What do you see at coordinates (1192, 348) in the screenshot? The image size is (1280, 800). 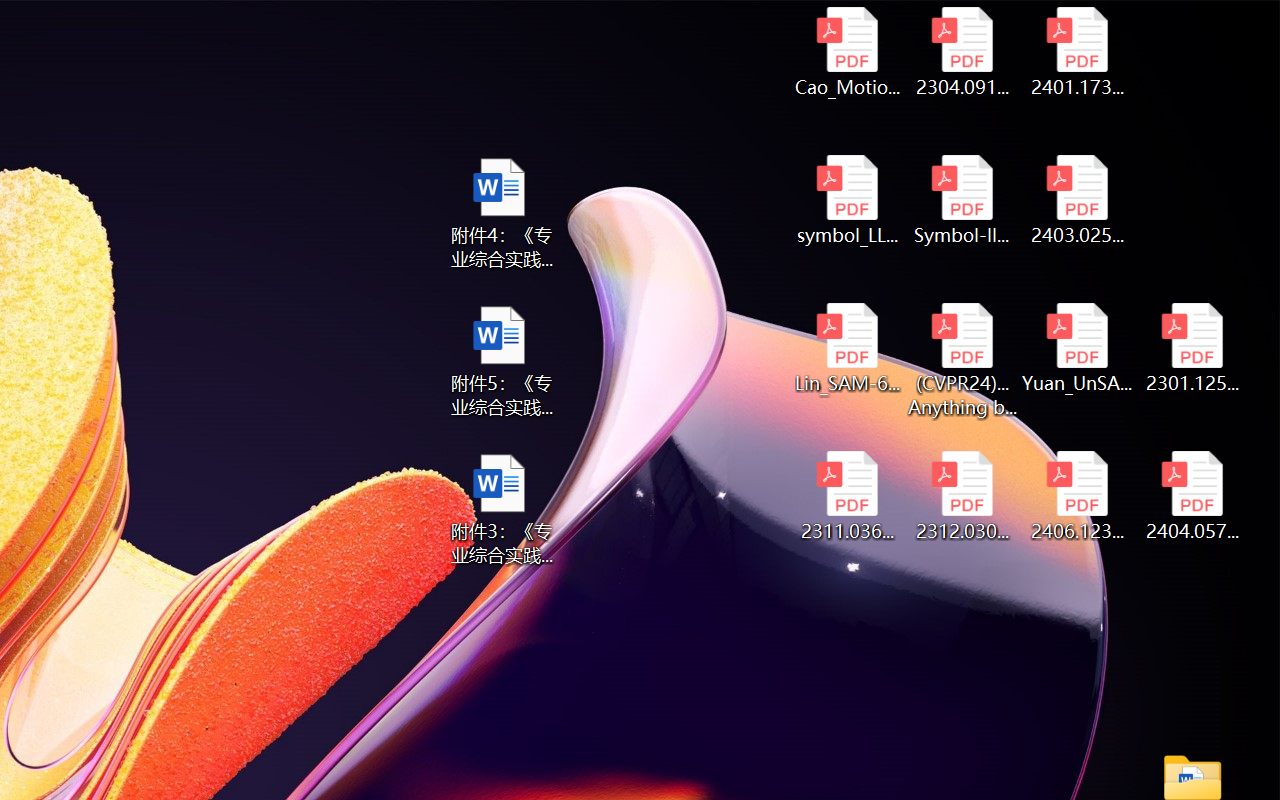 I see `'2301.12597v3.pdf'` at bounding box center [1192, 348].